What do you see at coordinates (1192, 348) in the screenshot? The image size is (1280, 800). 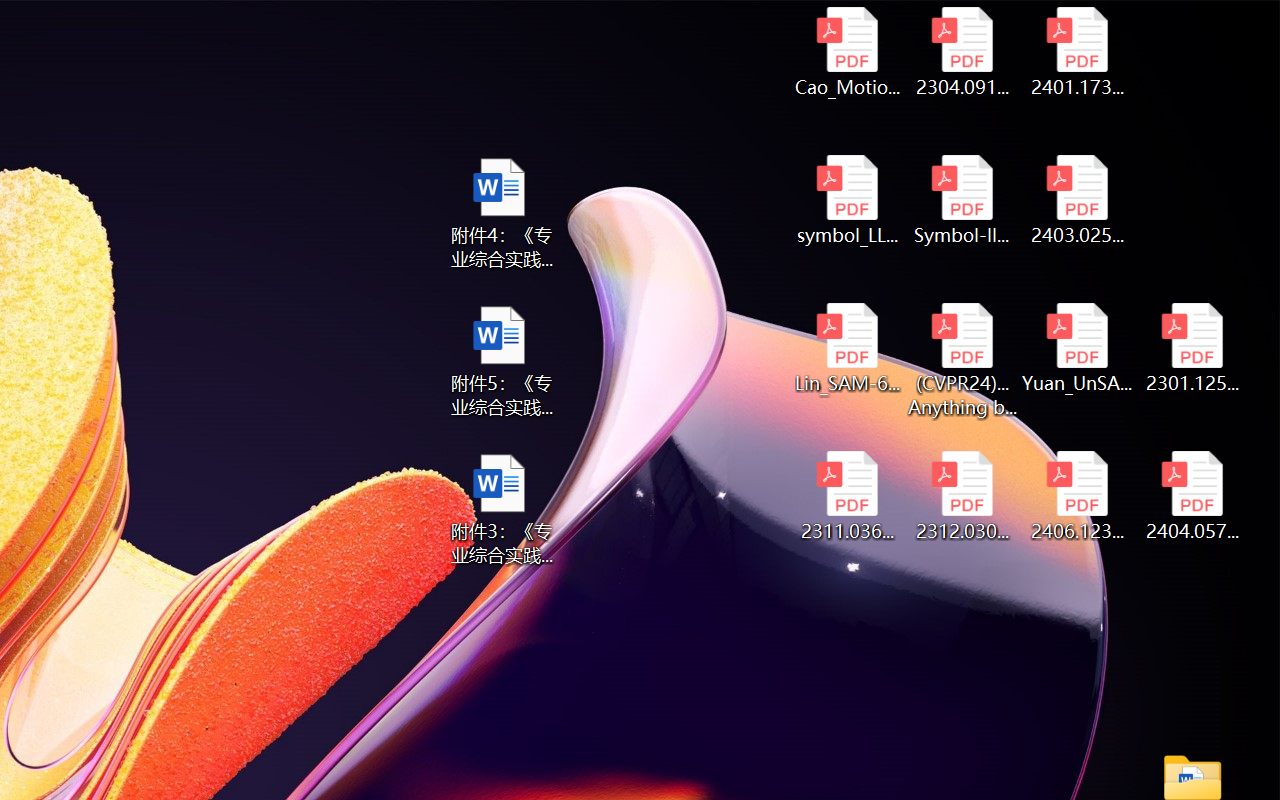 I see `'2301.12597v3.pdf'` at bounding box center [1192, 348].